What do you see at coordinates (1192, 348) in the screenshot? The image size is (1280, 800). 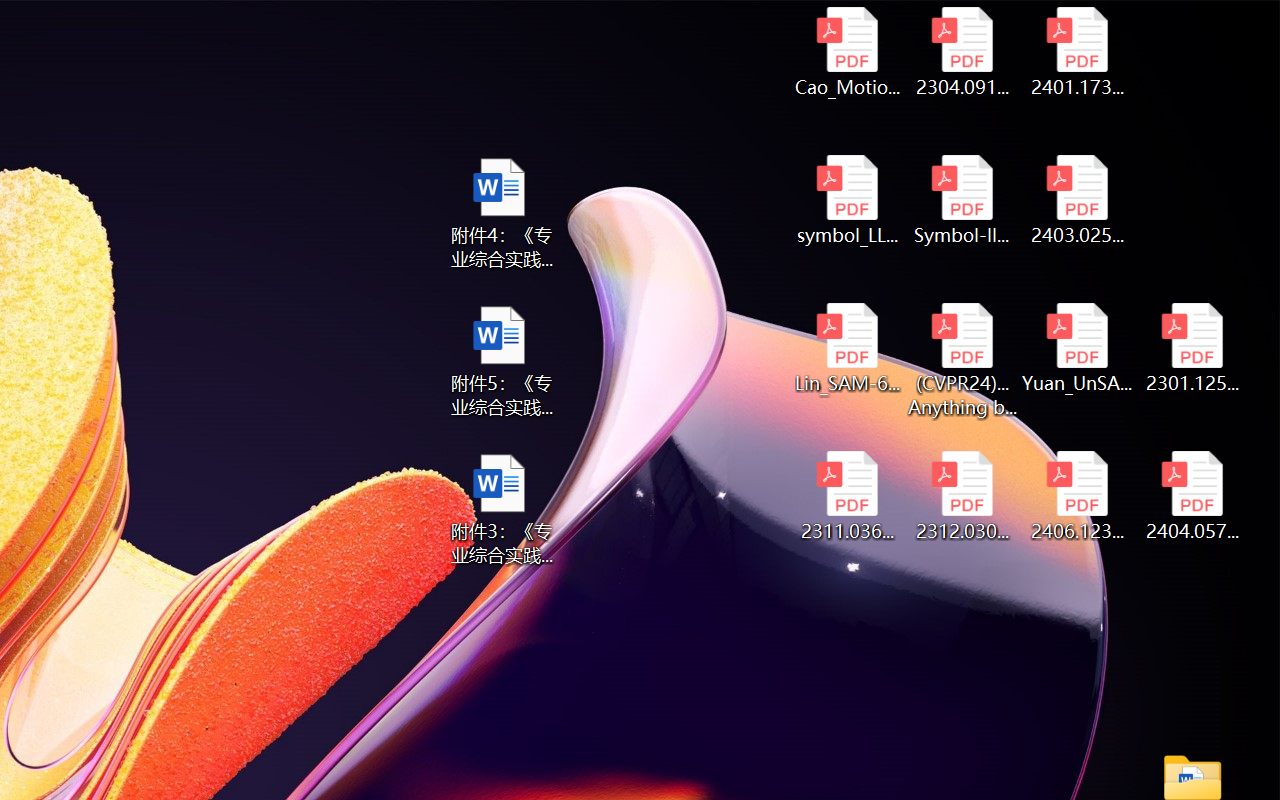 I see `'2301.12597v3.pdf'` at bounding box center [1192, 348].